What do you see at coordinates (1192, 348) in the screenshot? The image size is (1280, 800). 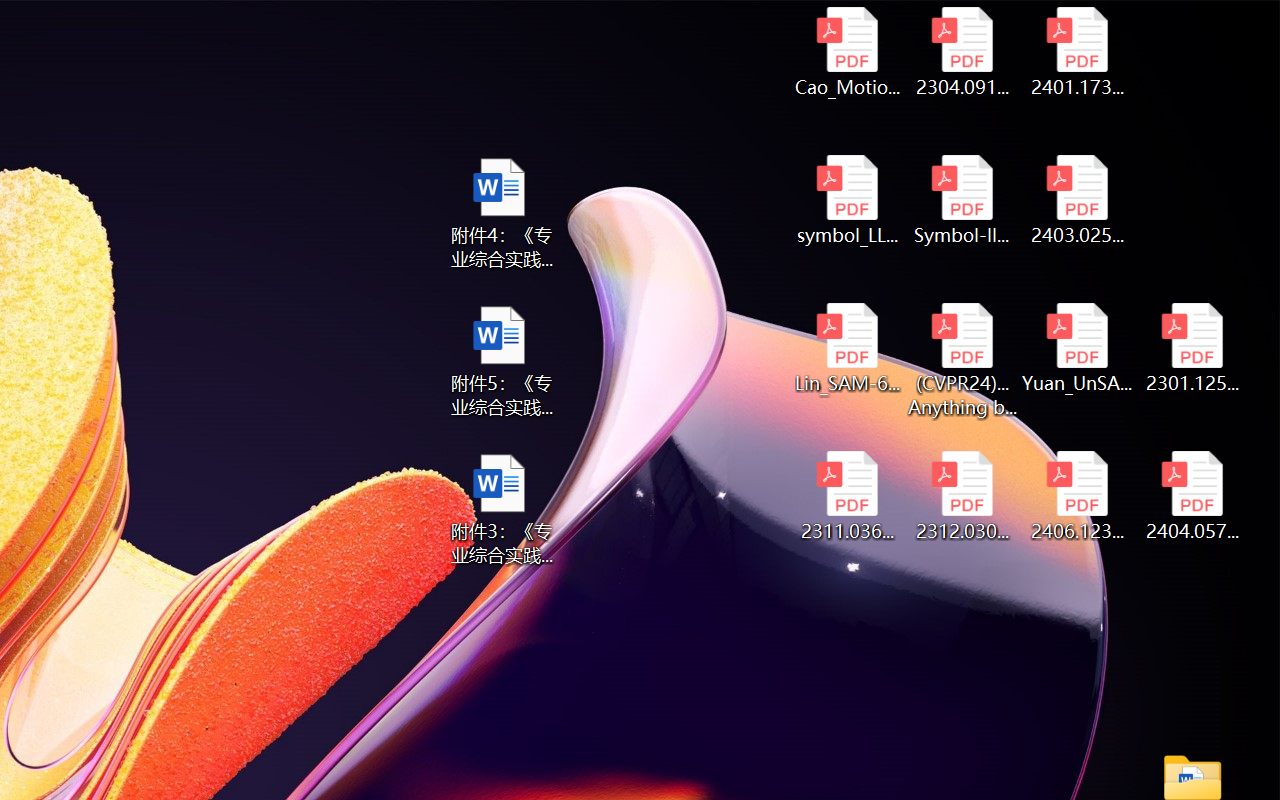 I see `'2301.12597v3.pdf'` at bounding box center [1192, 348].